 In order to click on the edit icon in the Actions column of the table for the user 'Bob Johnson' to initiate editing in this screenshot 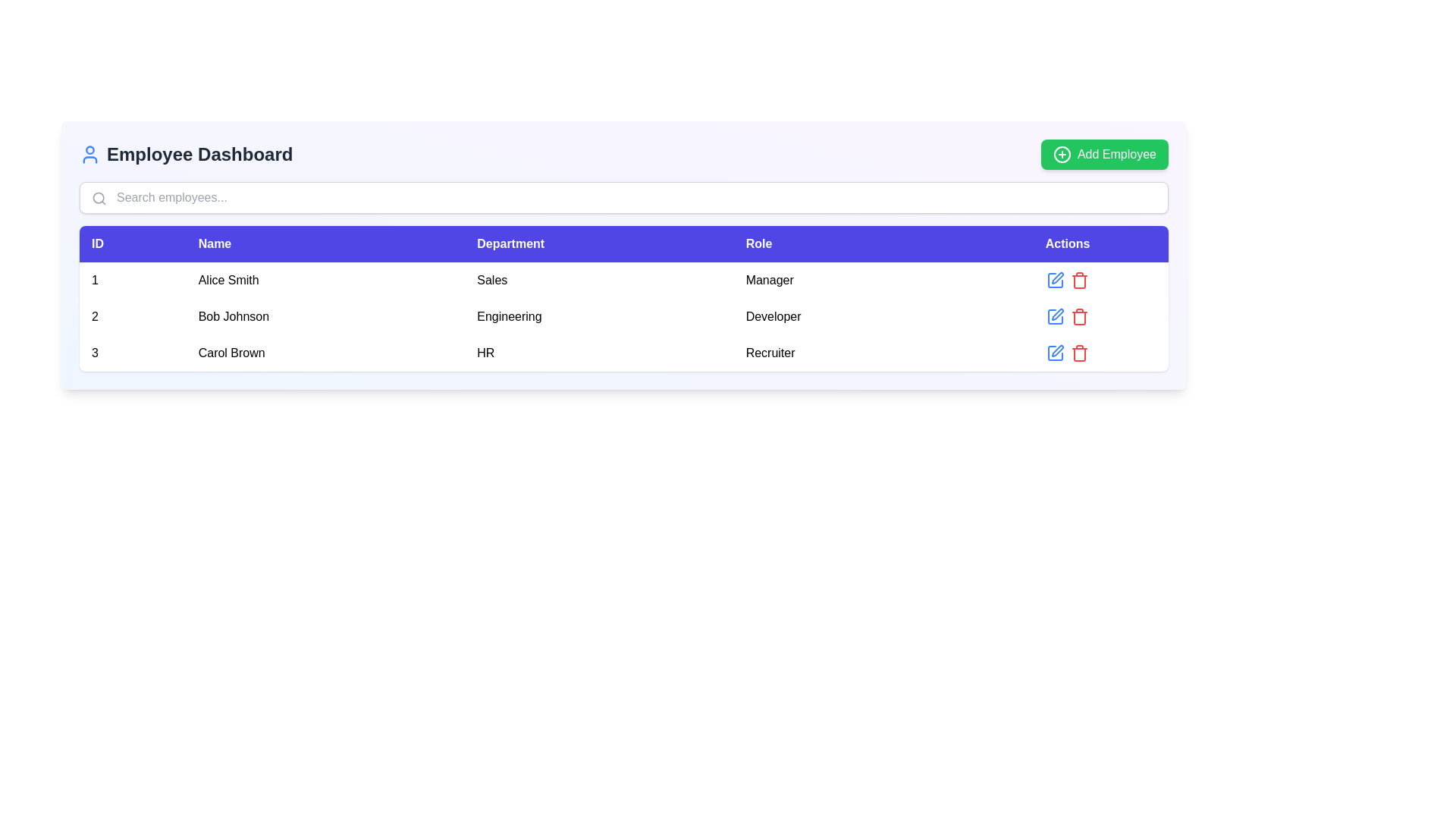, I will do `click(1055, 315)`.